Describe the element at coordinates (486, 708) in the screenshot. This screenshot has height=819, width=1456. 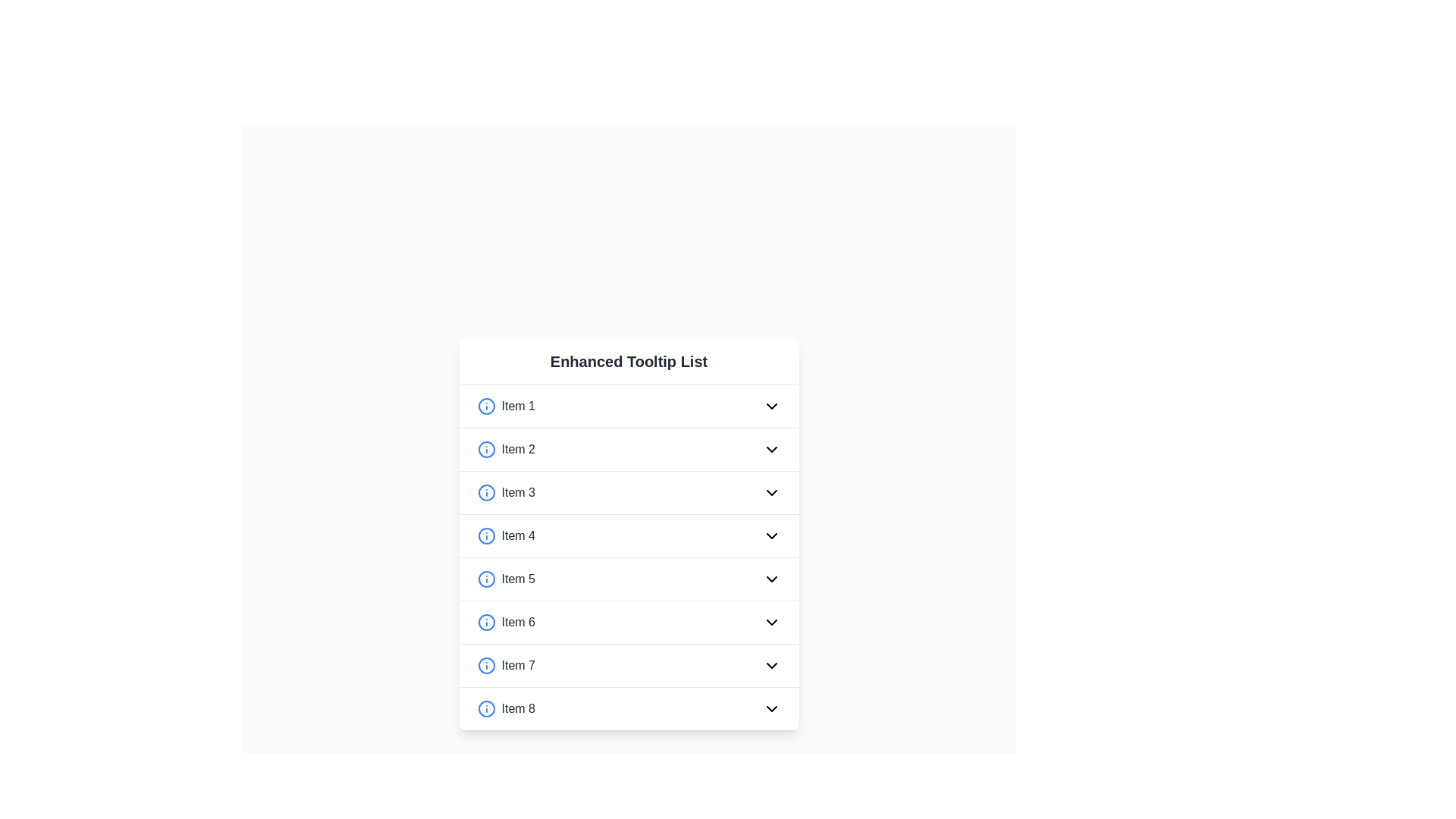
I see `the Informational icon, which is a circular component with a blue border and a white center, located next to the 'Item 8' label in the 'Enhanced Tooltip List'` at that location.